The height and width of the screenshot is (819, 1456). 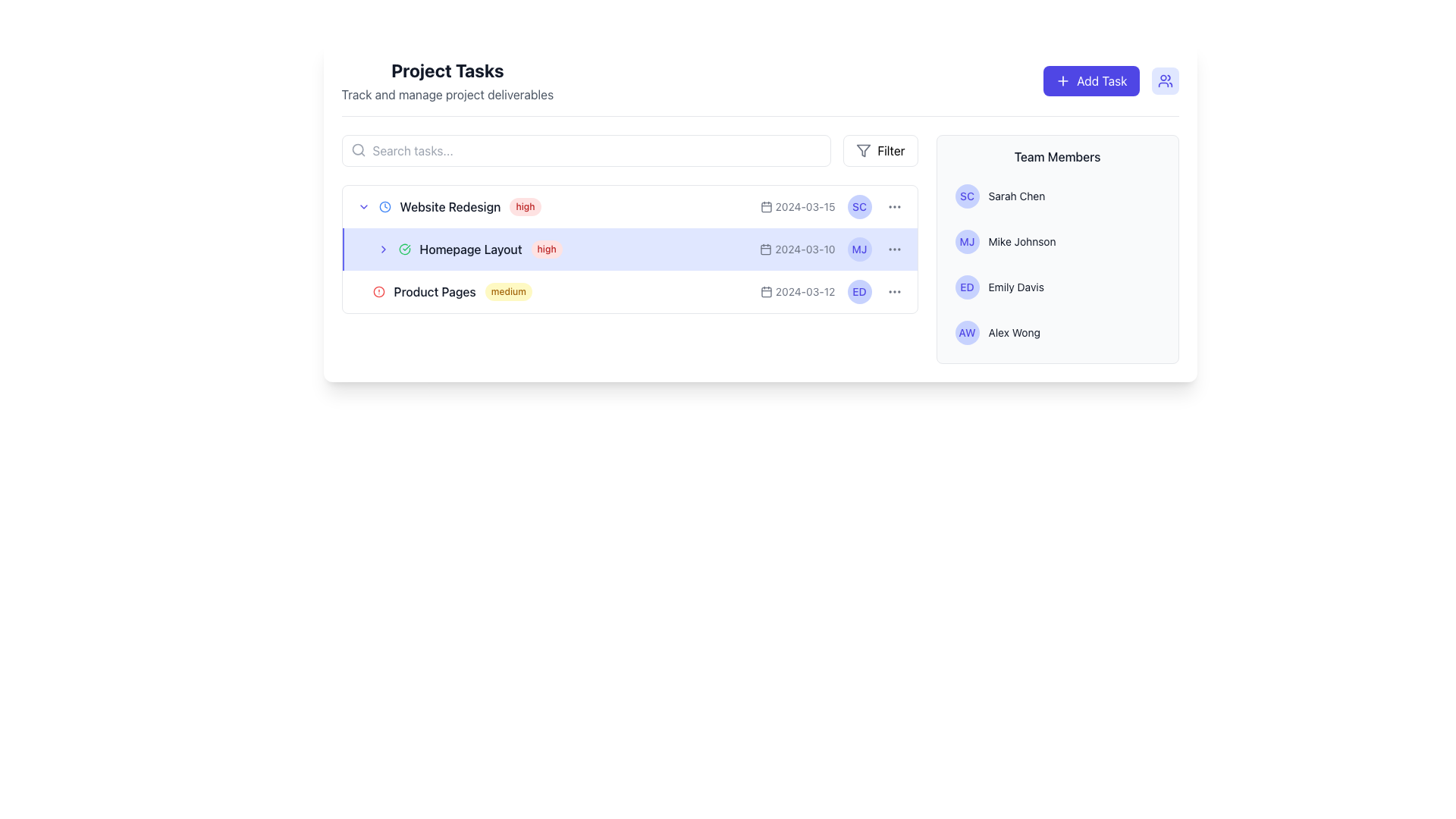 What do you see at coordinates (470, 248) in the screenshot?
I see `the text label displaying 'Homepage Layout,' which is located in the second row of the task list, positioned between a checkmark icon and a red priority label marked 'high.'` at bounding box center [470, 248].